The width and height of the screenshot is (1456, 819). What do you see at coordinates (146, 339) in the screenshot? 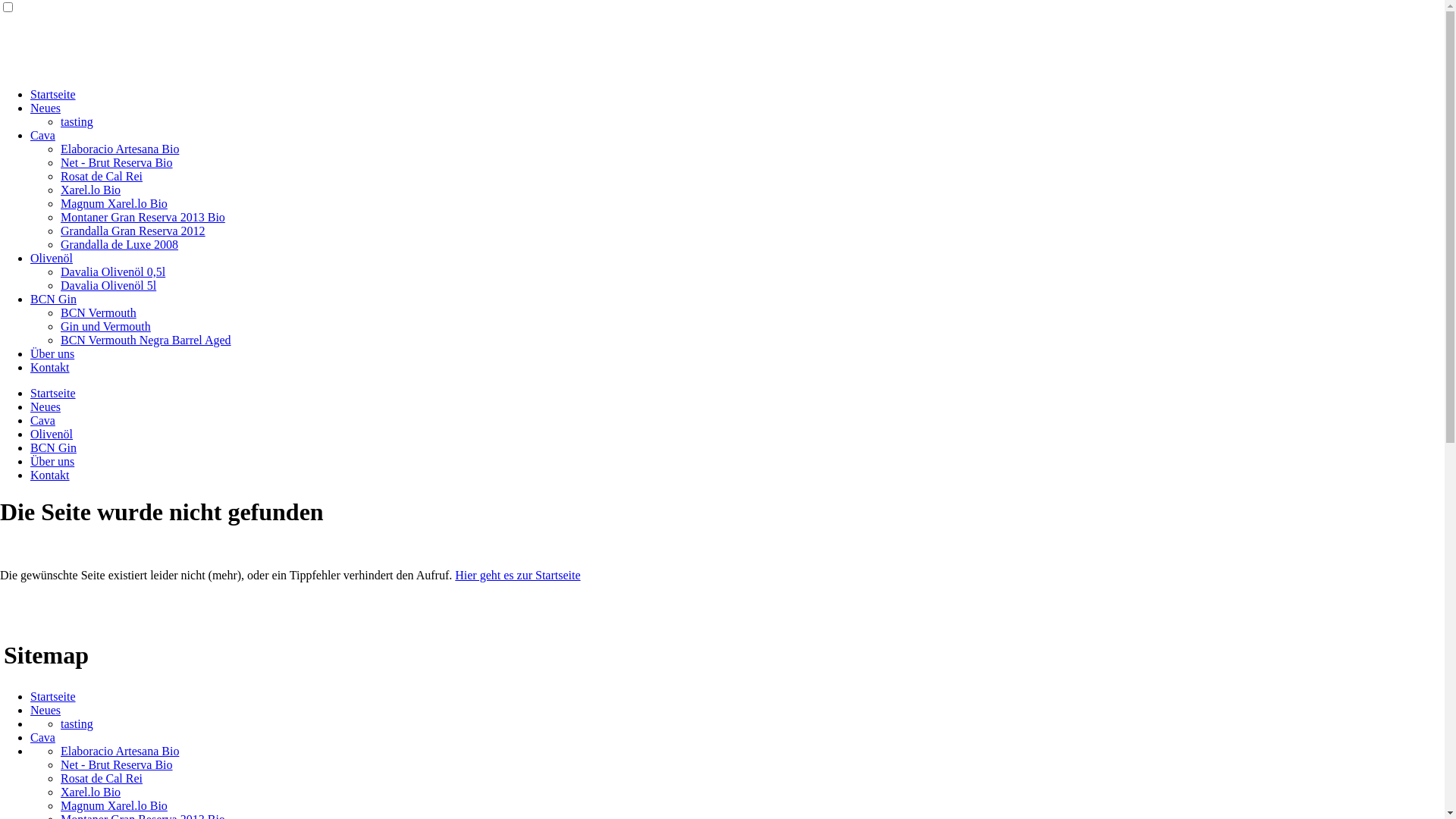
I see `'BCN Vermouth Negra Barrel Aged'` at bounding box center [146, 339].